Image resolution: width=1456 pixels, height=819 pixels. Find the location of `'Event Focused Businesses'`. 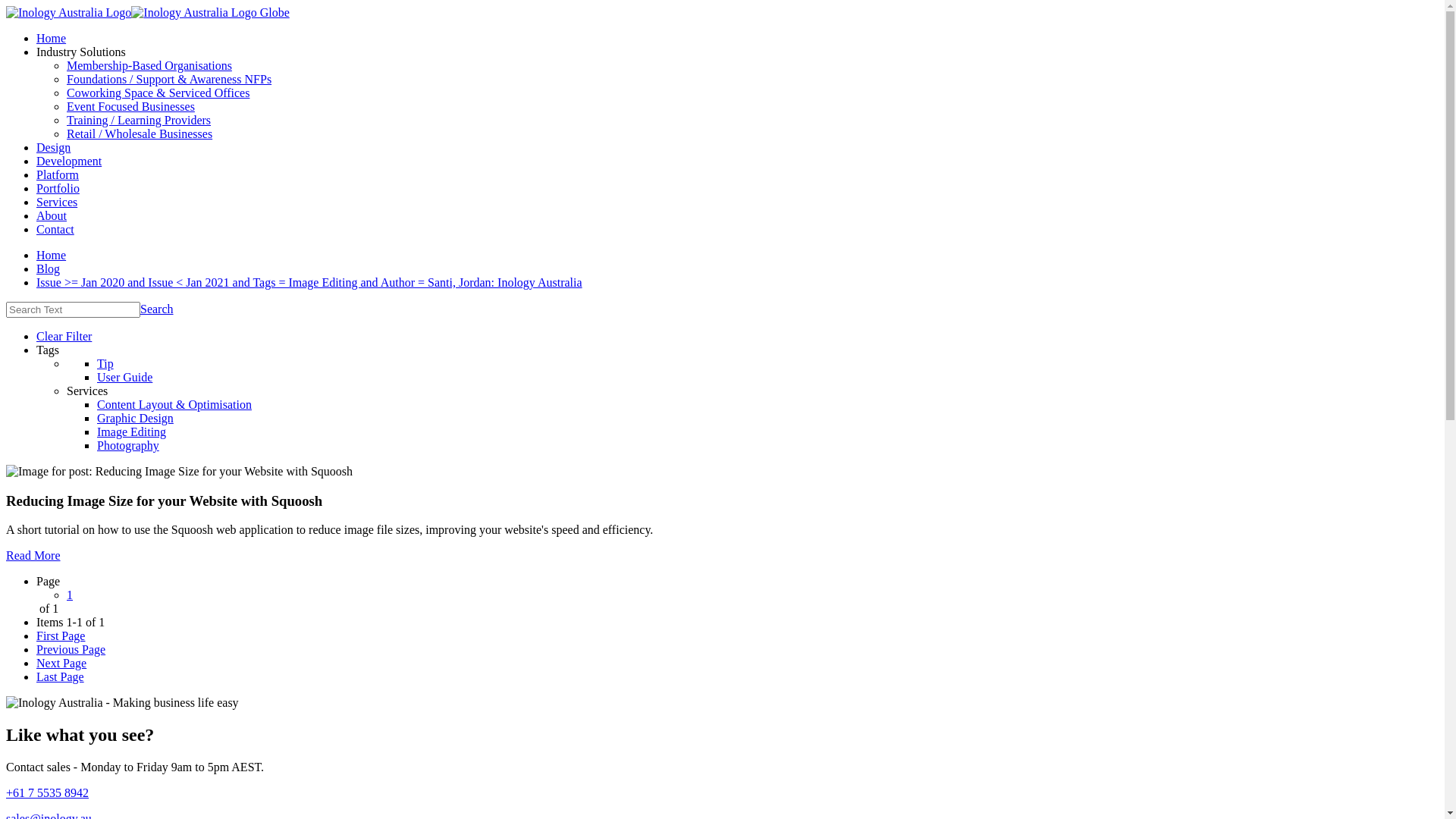

'Event Focused Businesses' is located at coordinates (65, 105).